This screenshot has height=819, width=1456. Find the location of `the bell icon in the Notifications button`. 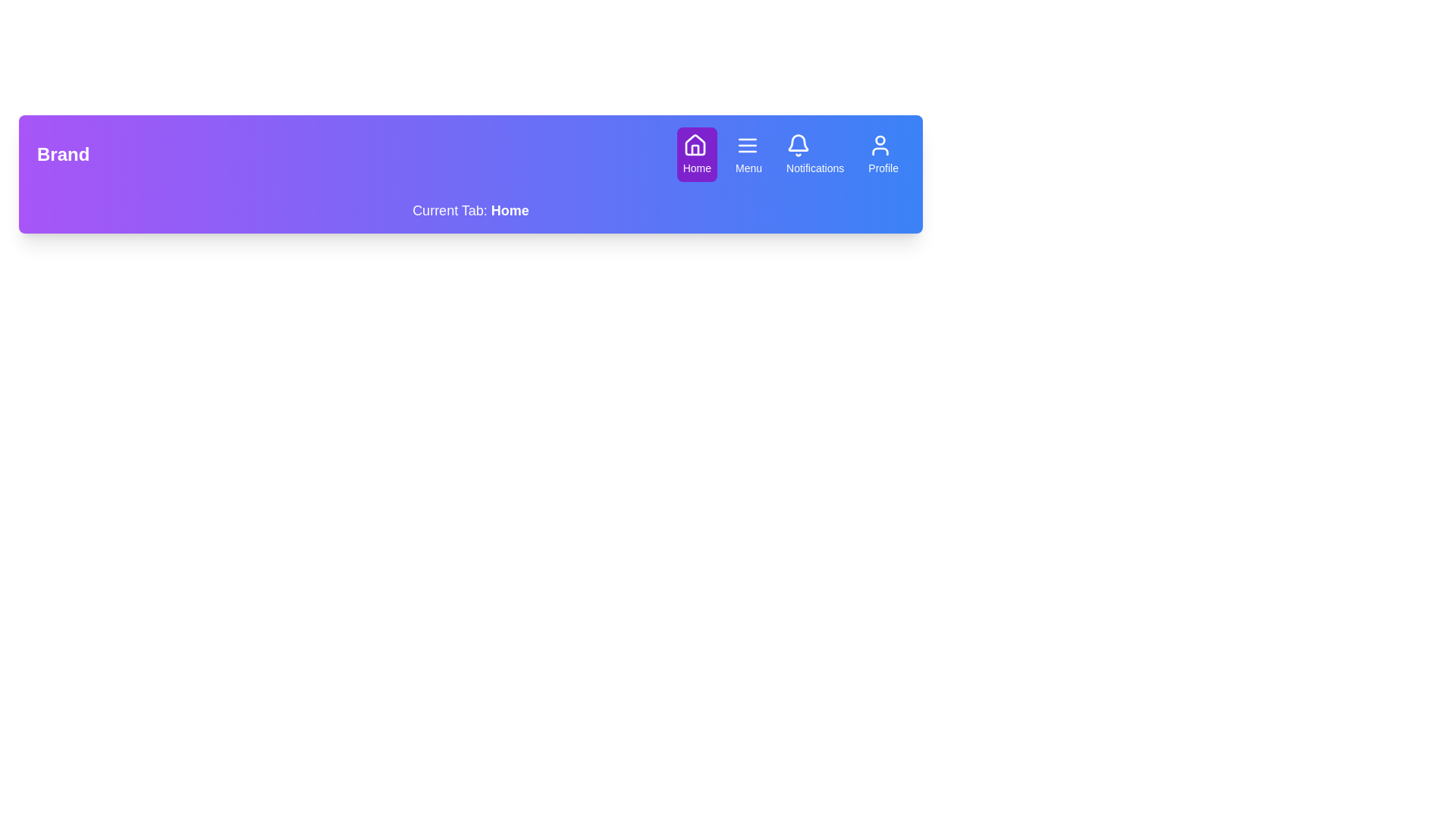

the bell icon in the Notifications button is located at coordinates (798, 146).